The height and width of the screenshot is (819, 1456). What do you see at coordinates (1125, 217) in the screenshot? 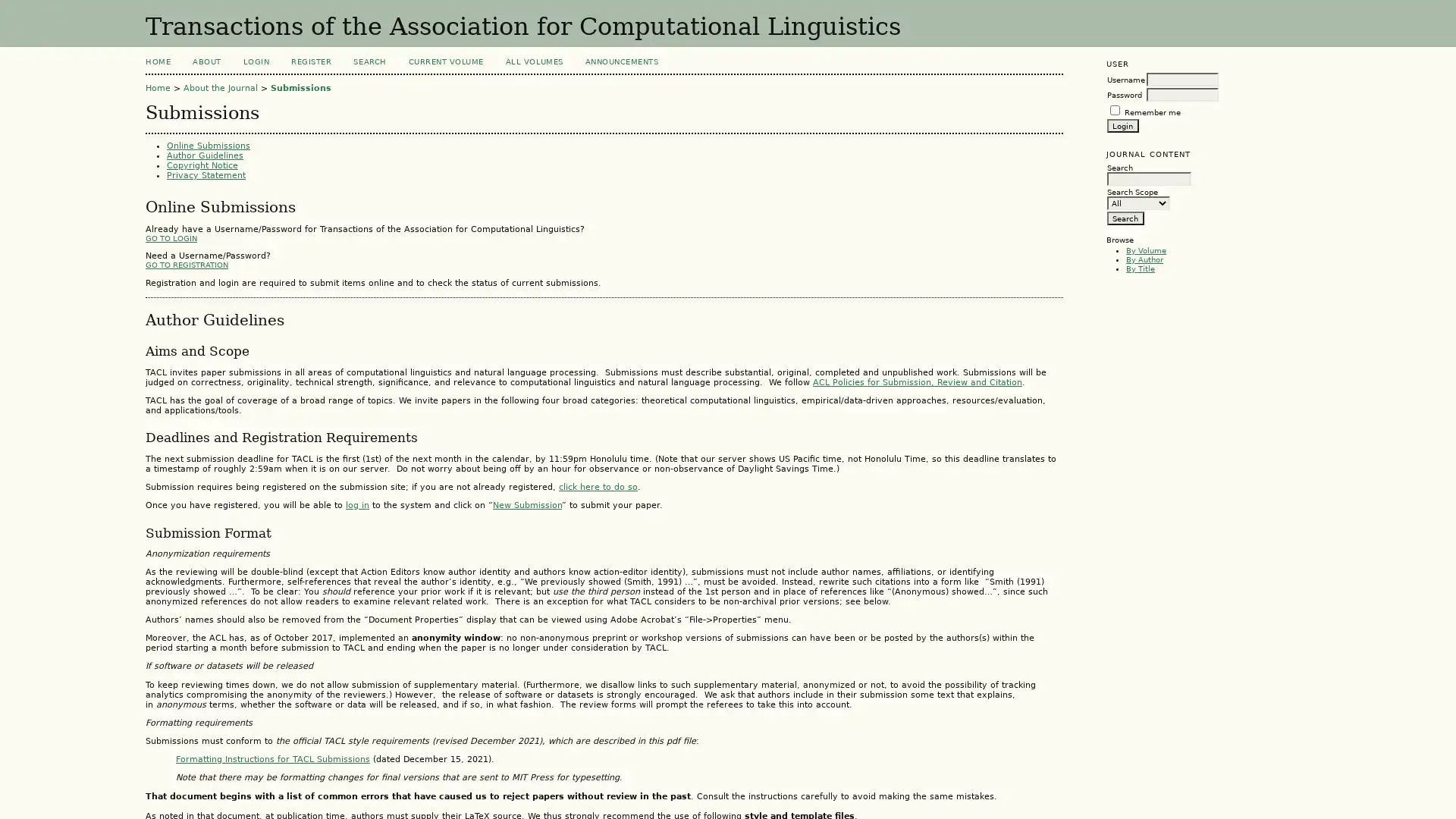
I see `Search` at bounding box center [1125, 217].